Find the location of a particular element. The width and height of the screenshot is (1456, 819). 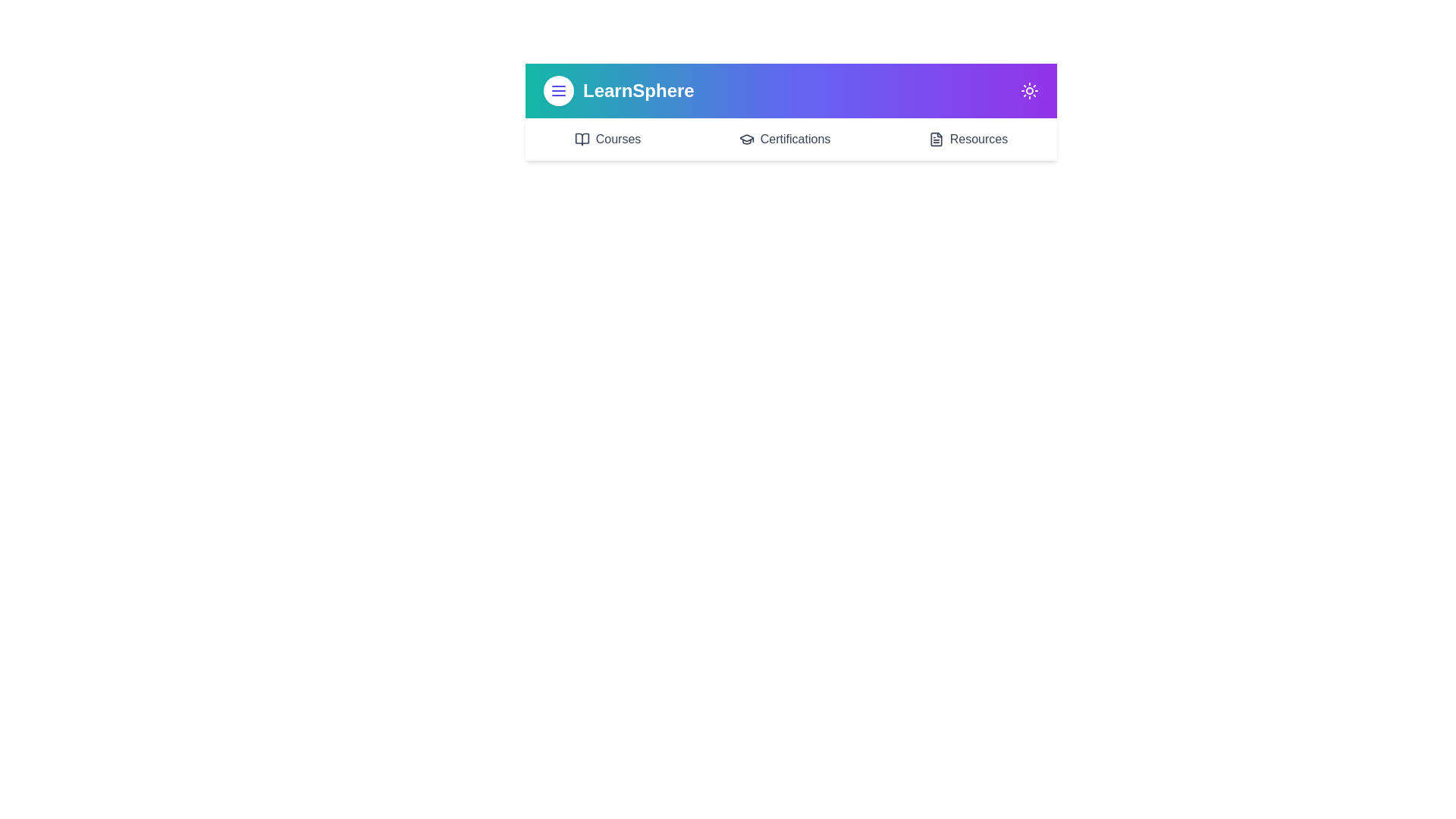

the 'Certifications' navigation link is located at coordinates (785, 140).